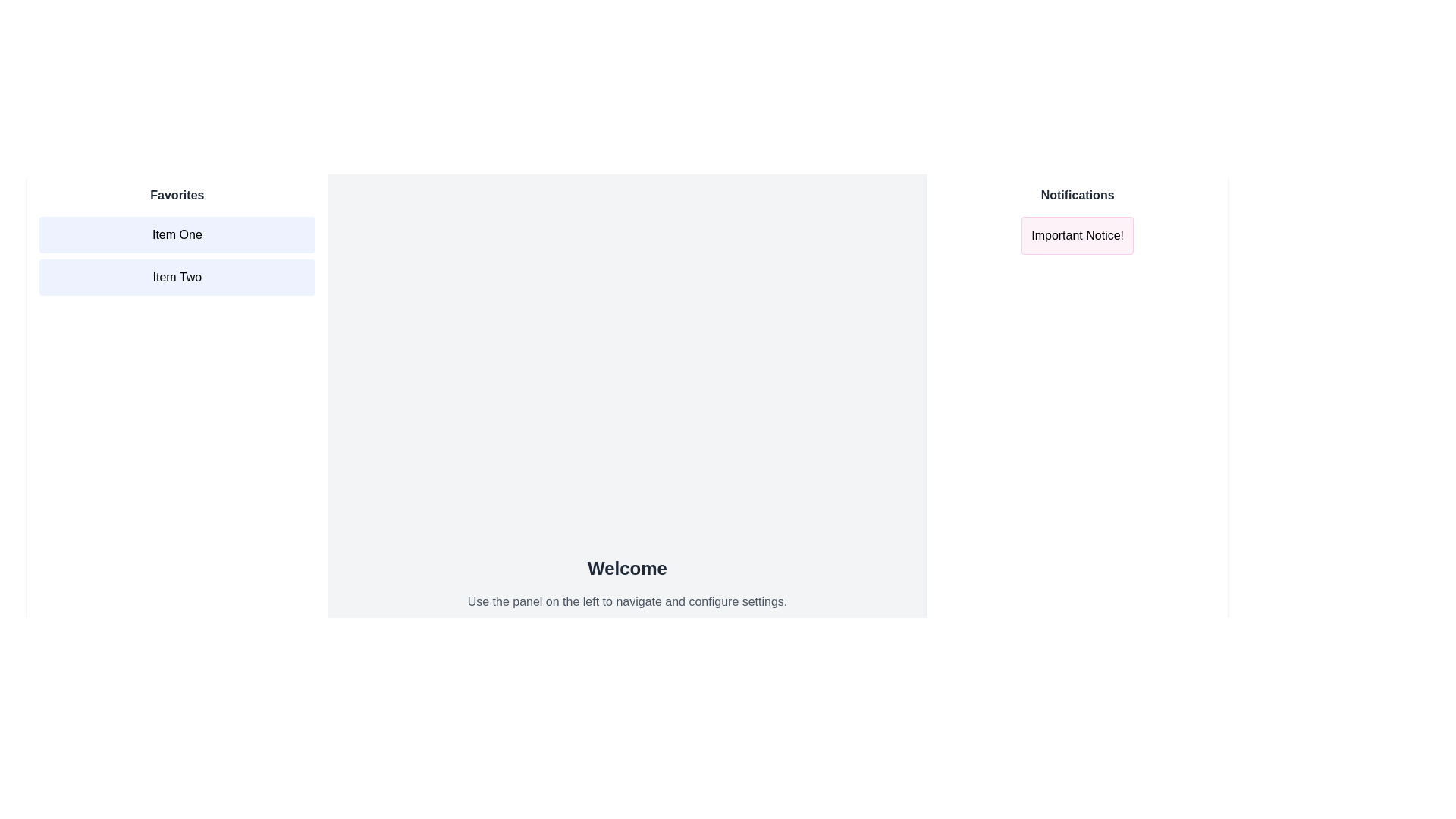 The width and height of the screenshot is (1456, 819). Describe the element at coordinates (177, 234) in the screenshot. I see `the list item labeled 'Item One', which is positioned at the top of the menu or list, allowing interaction with it` at that location.